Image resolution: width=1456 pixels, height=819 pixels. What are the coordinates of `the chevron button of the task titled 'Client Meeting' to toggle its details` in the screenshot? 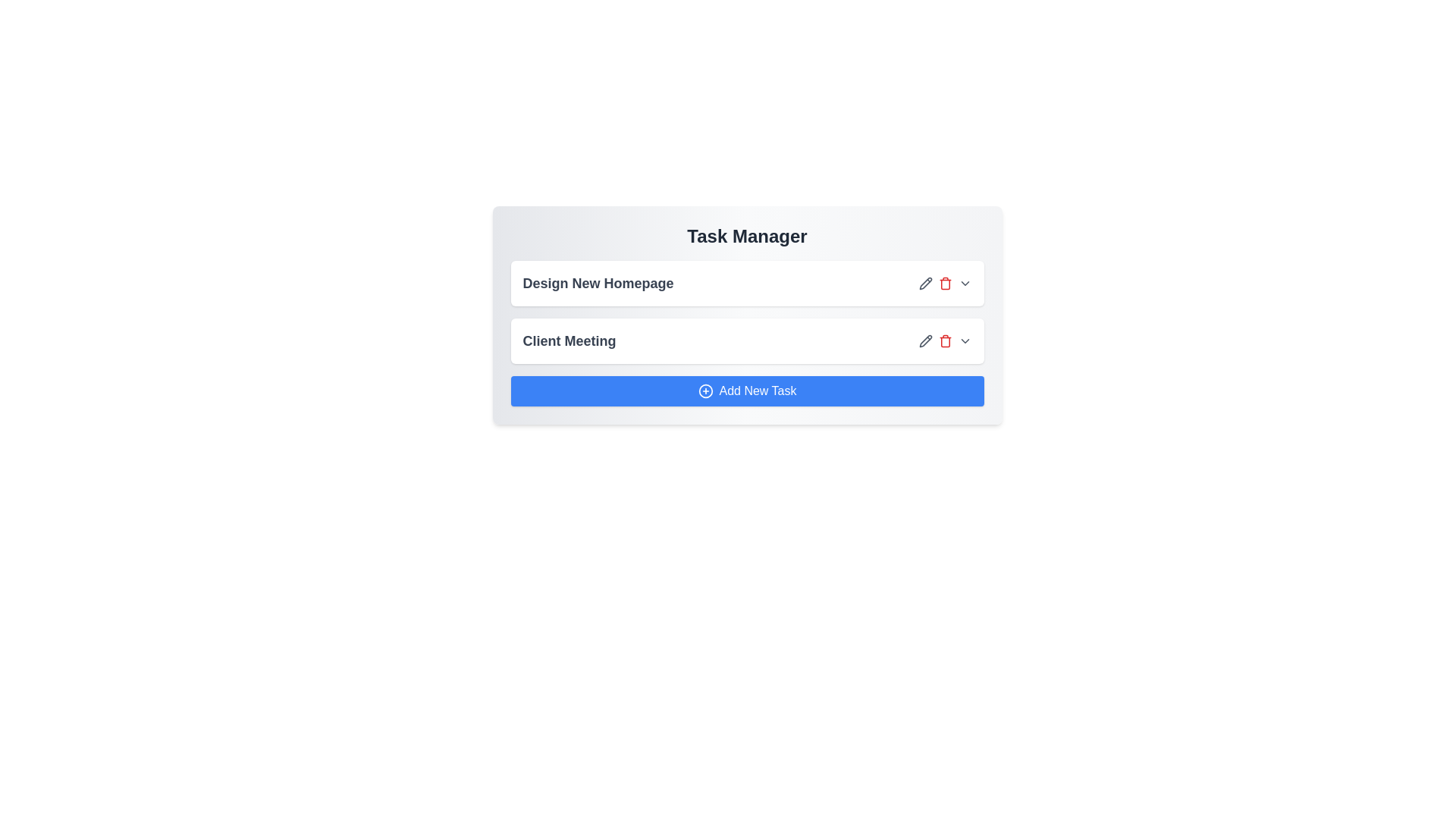 It's located at (964, 341).